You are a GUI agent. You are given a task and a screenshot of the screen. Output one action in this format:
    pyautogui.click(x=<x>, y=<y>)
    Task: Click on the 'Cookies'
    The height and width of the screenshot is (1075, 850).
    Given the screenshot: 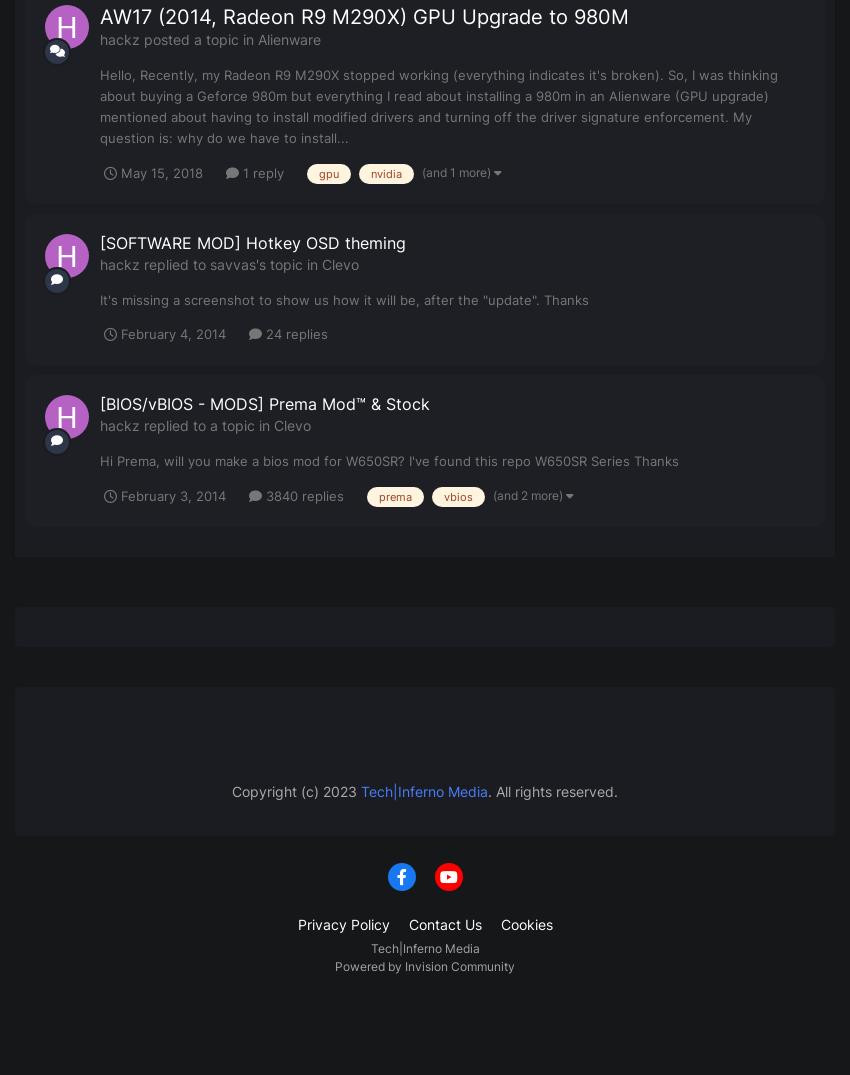 What is the action you would take?
    pyautogui.click(x=524, y=922)
    